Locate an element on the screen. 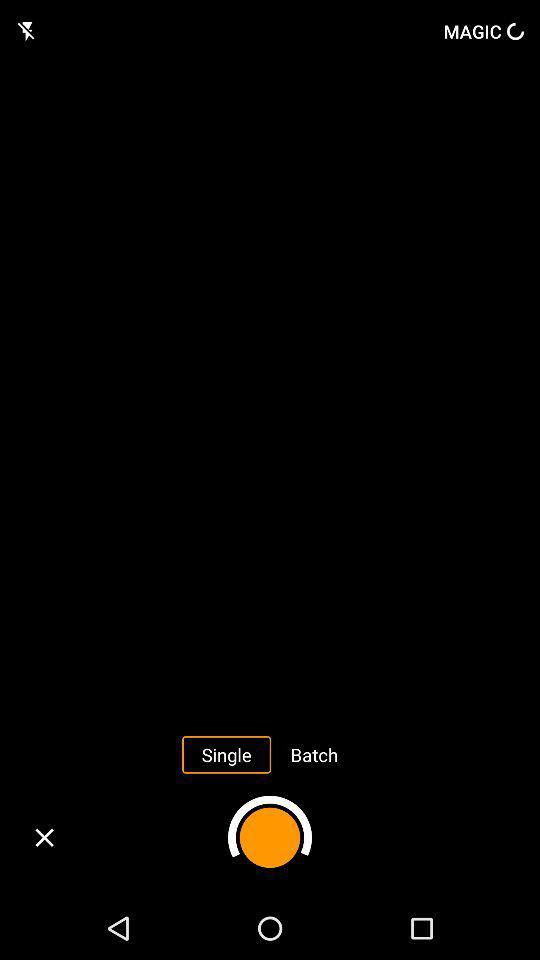 The height and width of the screenshot is (960, 540). magic is located at coordinates (482, 30).